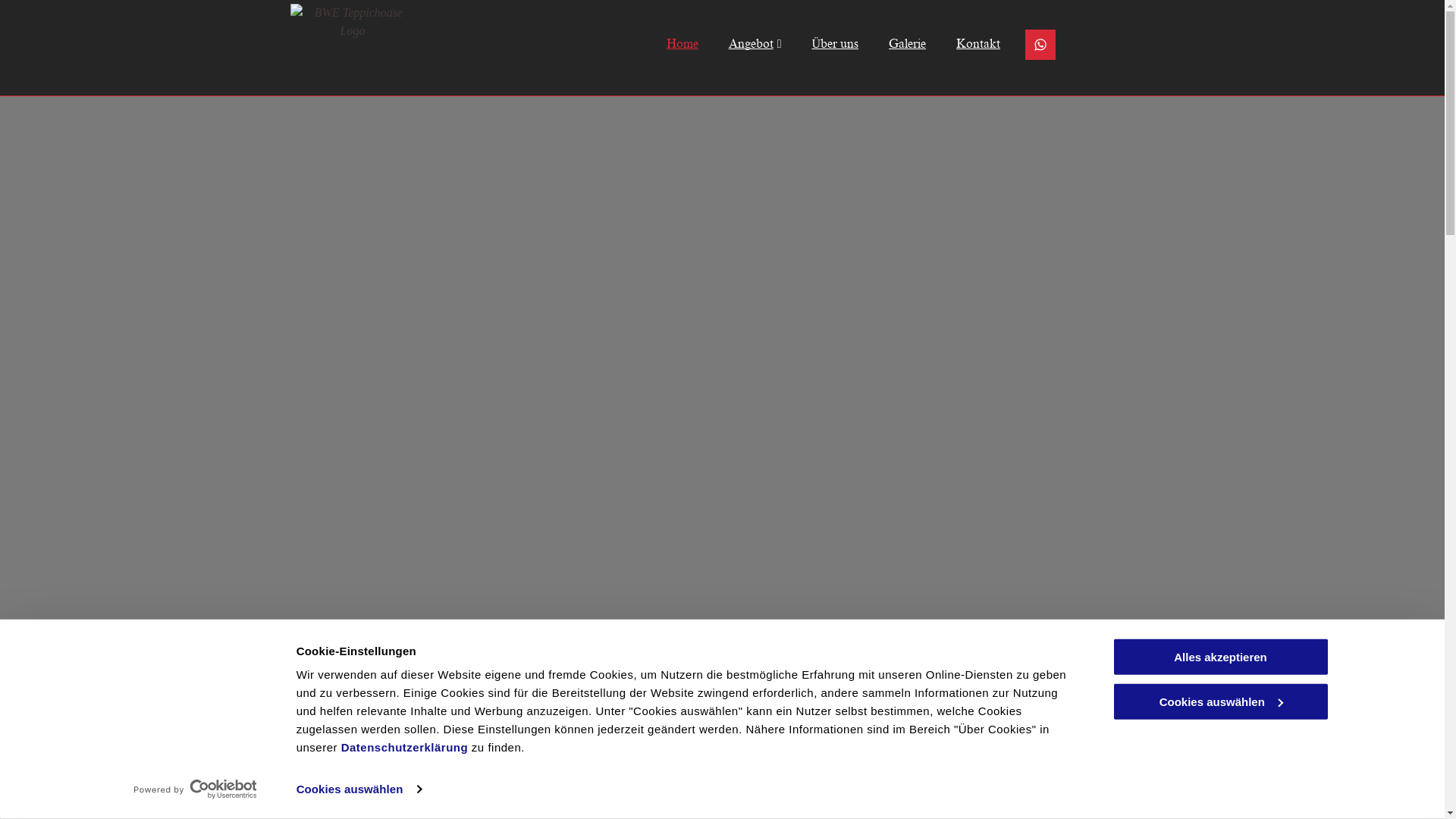 The width and height of the screenshot is (1456, 819). Describe the element at coordinates (739, 42) in the screenshot. I see `'Angebot'` at that location.